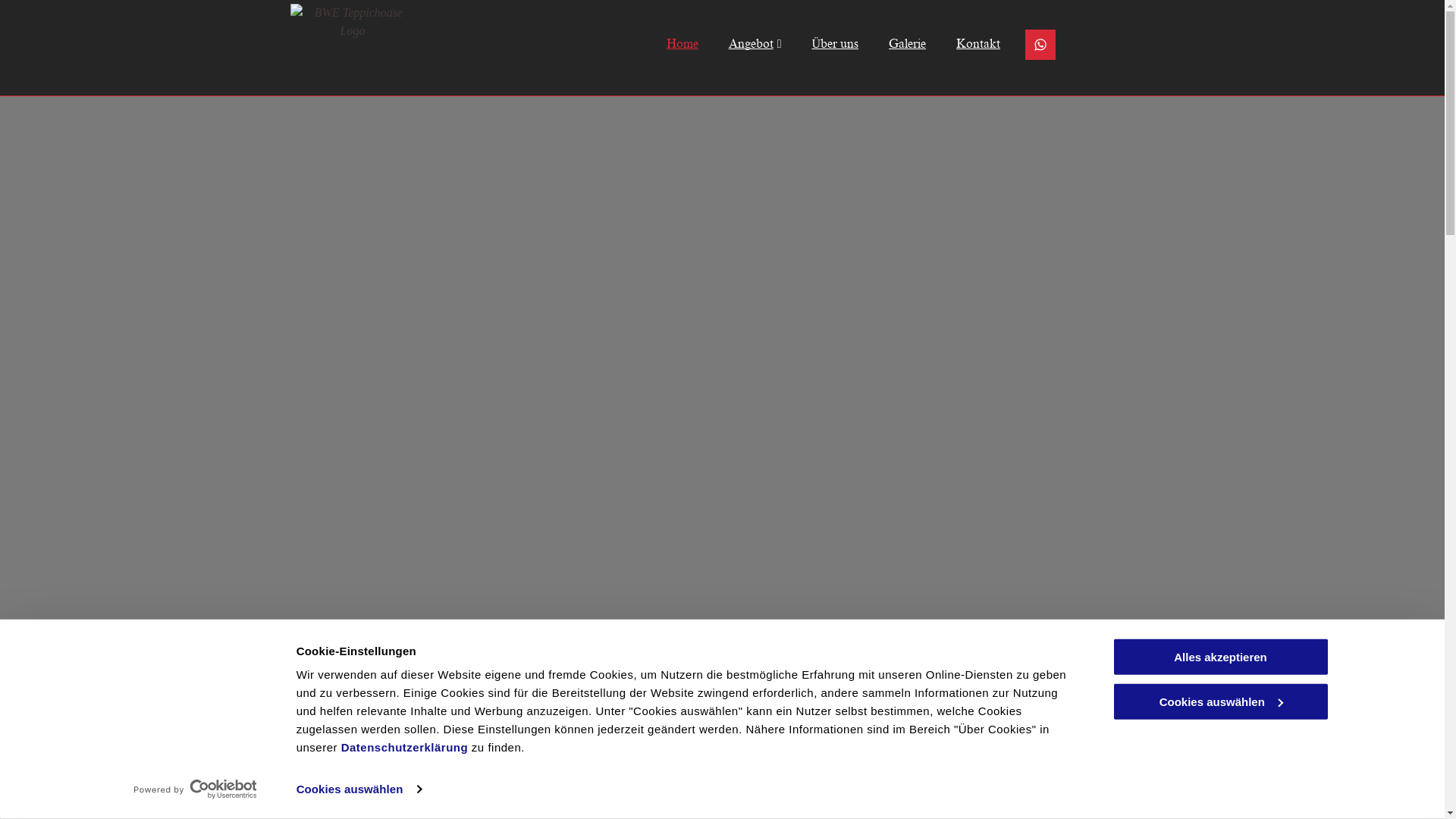 The width and height of the screenshot is (1456, 819). Describe the element at coordinates (739, 42) in the screenshot. I see `'Angebot'` at that location.